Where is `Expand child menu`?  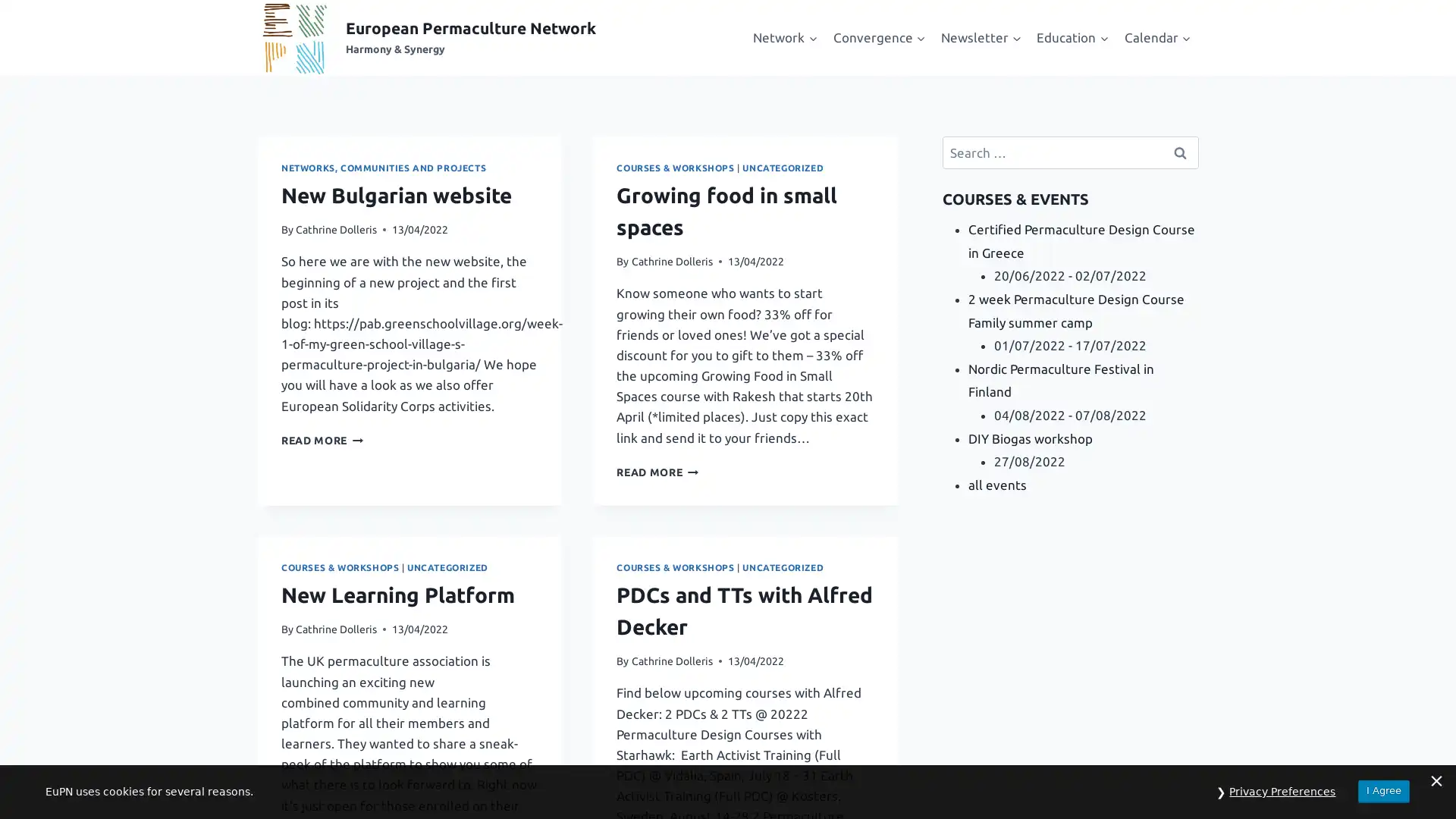 Expand child menu is located at coordinates (878, 36).